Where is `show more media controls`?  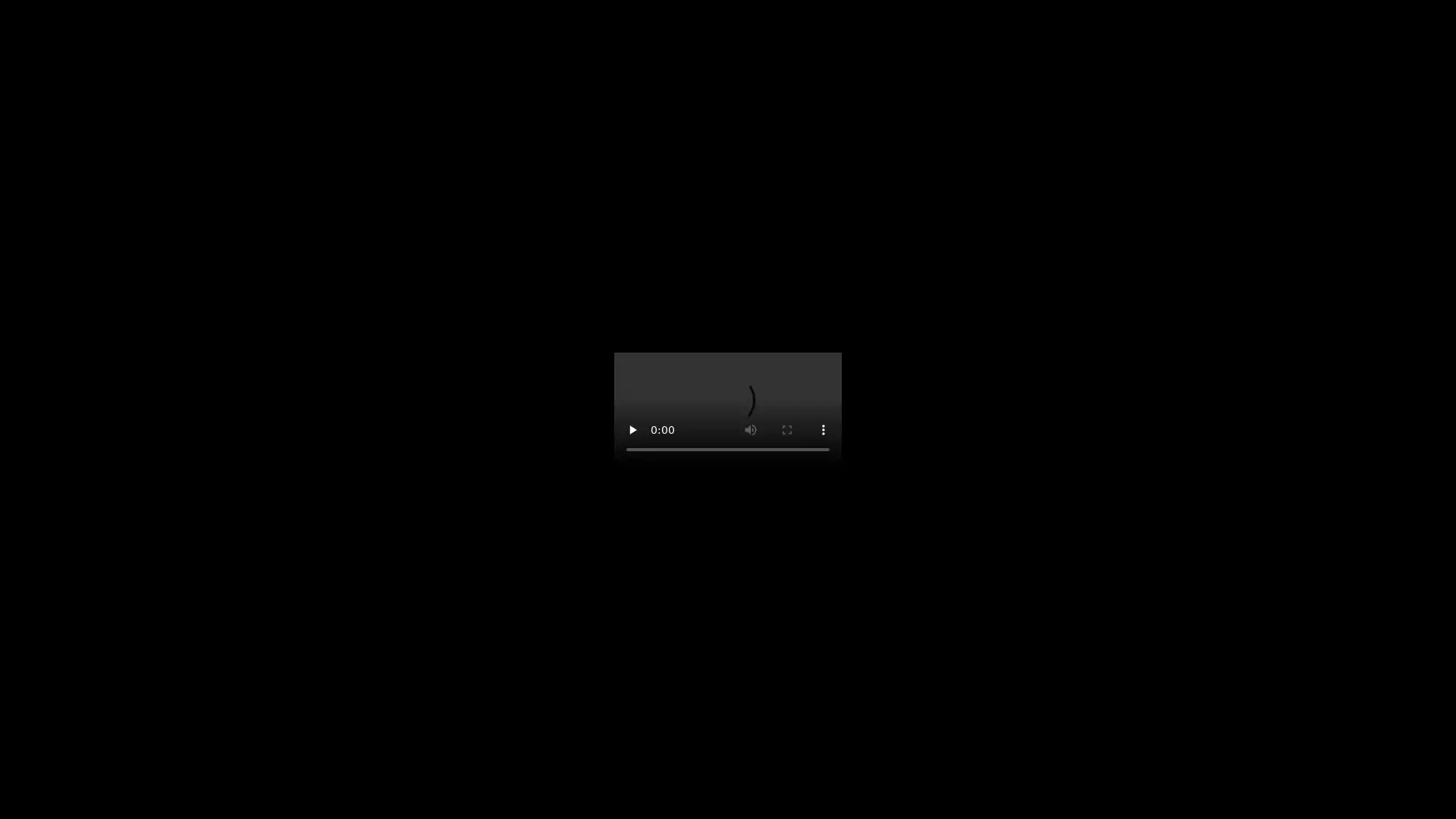 show more media controls is located at coordinates (822, 430).